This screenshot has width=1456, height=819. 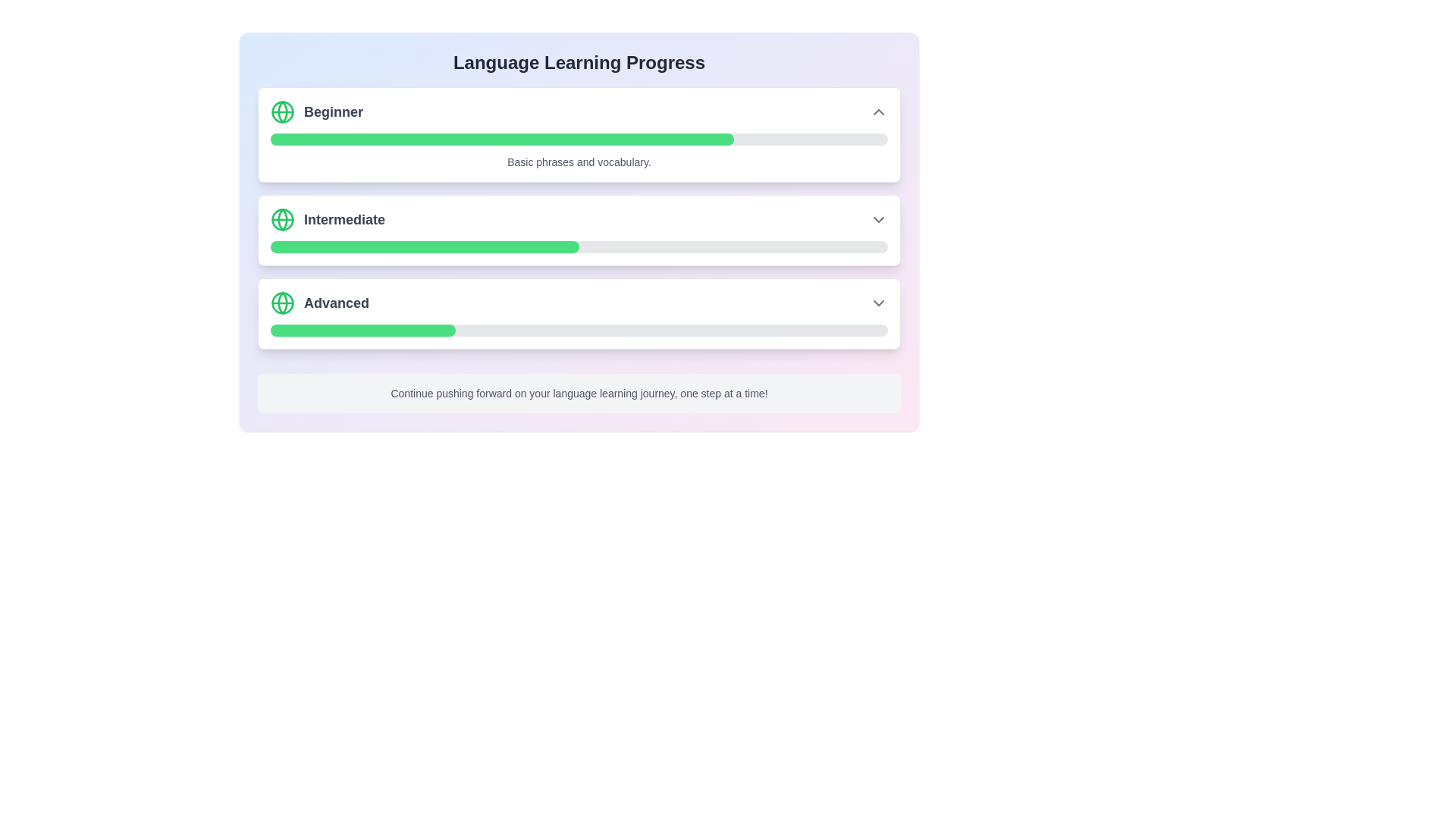 What do you see at coordinates (336, 303) in the screenshot?
I see `the 'Advanced' text label in the third row of the categorized learning progress sections, which is visually represented with a green globe icon on the left` at bounding box center [336, 303].